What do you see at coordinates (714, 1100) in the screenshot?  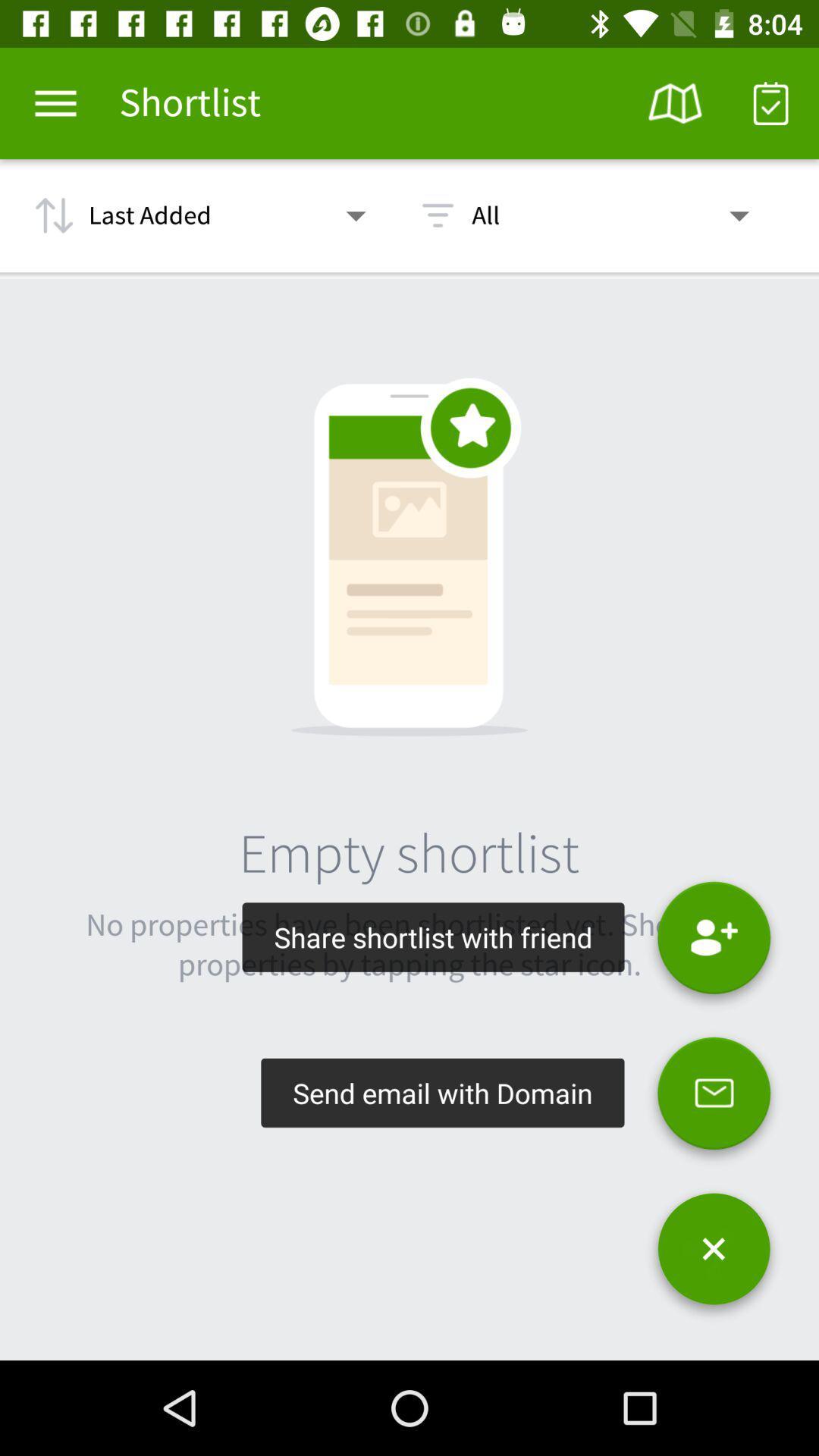 I see `the email icon` at bounding box center [714, 1100].